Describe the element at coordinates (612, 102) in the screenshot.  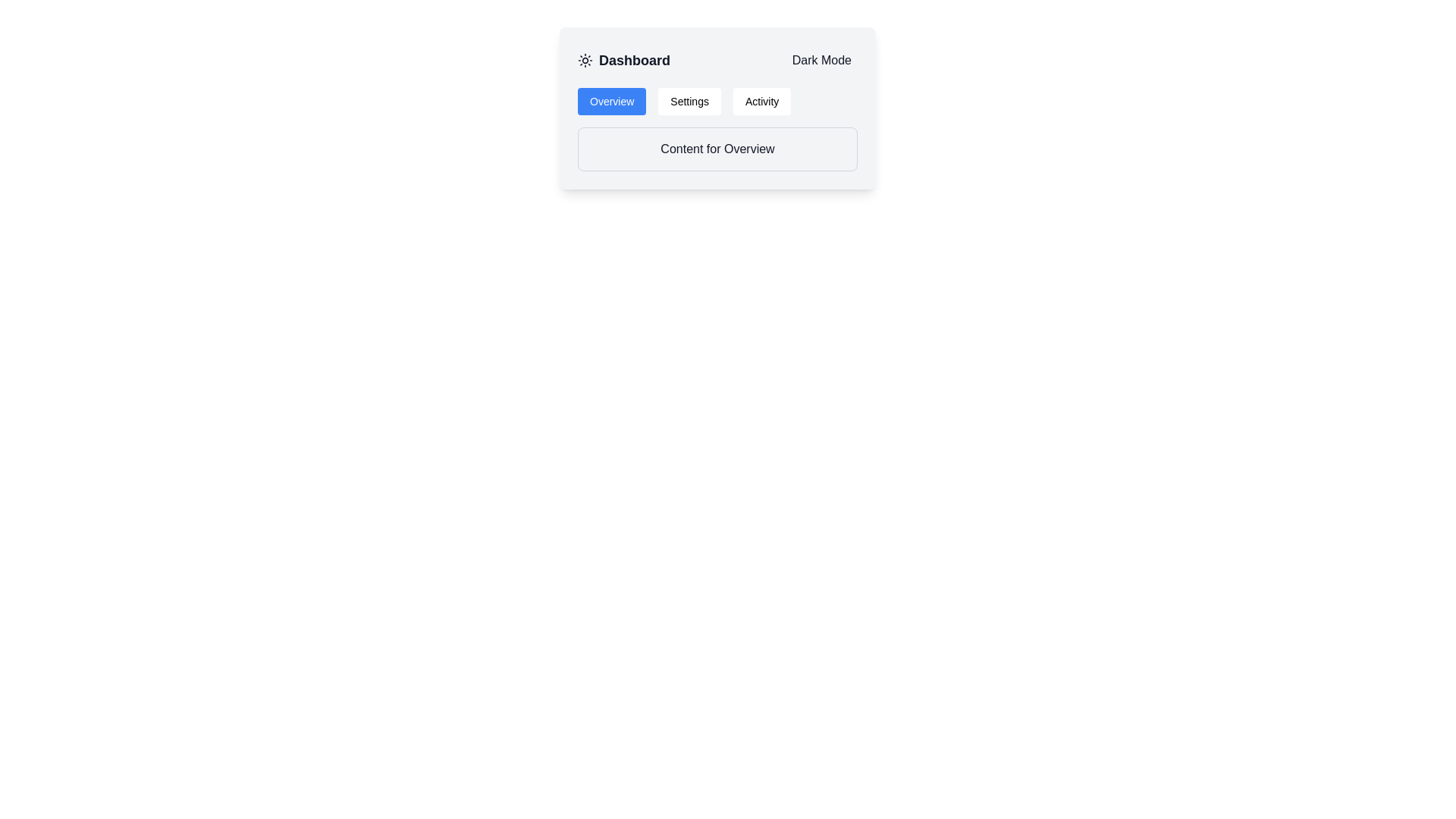
I see `the 'Overview' button` at that location.